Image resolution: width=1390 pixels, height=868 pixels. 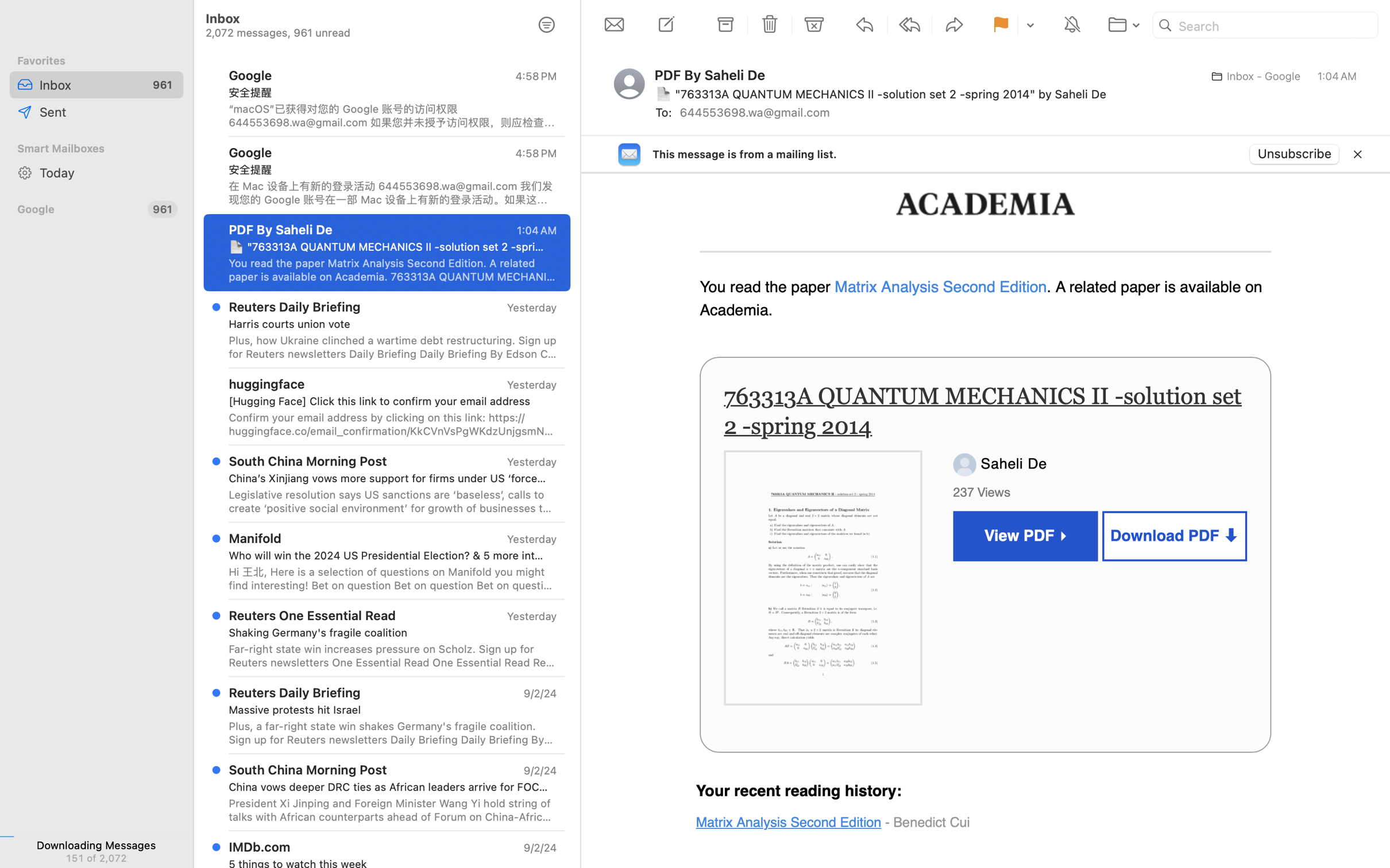 I want to click on '在 Mac 设备上有新的登录活动 644553698.wa@gmail.com 我们发现您的 Google 账号在一部 Mac 设备上有新的登录活动。如果这是您本人的操作，那么您无需采取任何行动。如果这不是您本人的操作，我们会帮助您保护您的账号。 查看活动 您也可以访问以下网址查看安全性活动： https://myaccount.google.com/notifications 我们向您发送这封电子邮件，目的是让您了解关于您的 Google 账号和服务的重大变化。 © 2024 Google LLC, 1600 Amphitheatre Parkway, Mountain View, CA 94043, USA', so click(x=392, y=192).